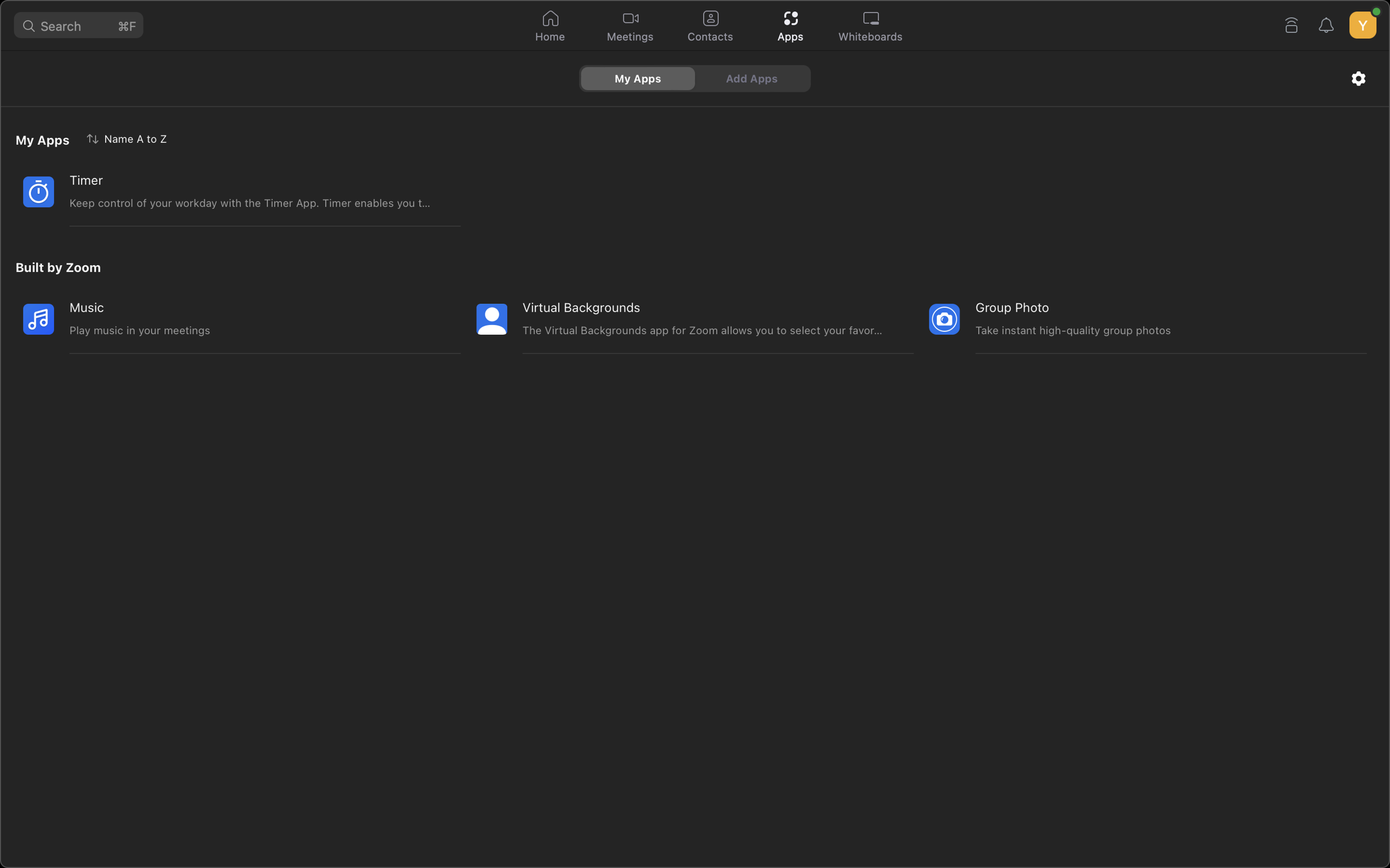 This screenshot has width=1390, height=868. What do you see at coordinates (709, 26) in the screenshot?
I see `Search for "Indiana Jones" in the contacts app` at bounding box center [709, 26].